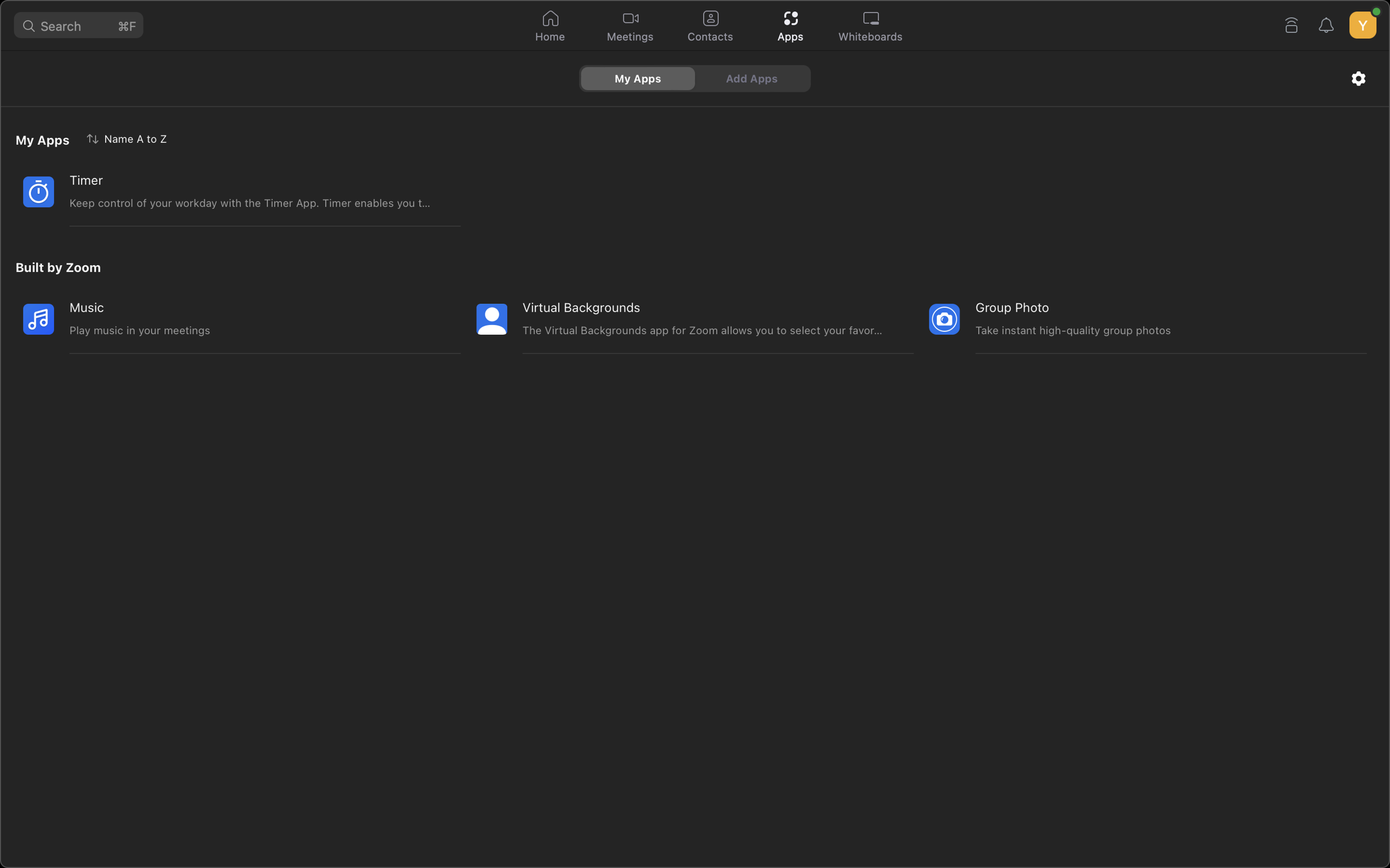 This screenshot has width=1390, height=868. What do you see at coordinates (709, 26) in the screenshot?
I see `Search for "Indiana Jones" in the contacts app` at bounding box center [709, 26].